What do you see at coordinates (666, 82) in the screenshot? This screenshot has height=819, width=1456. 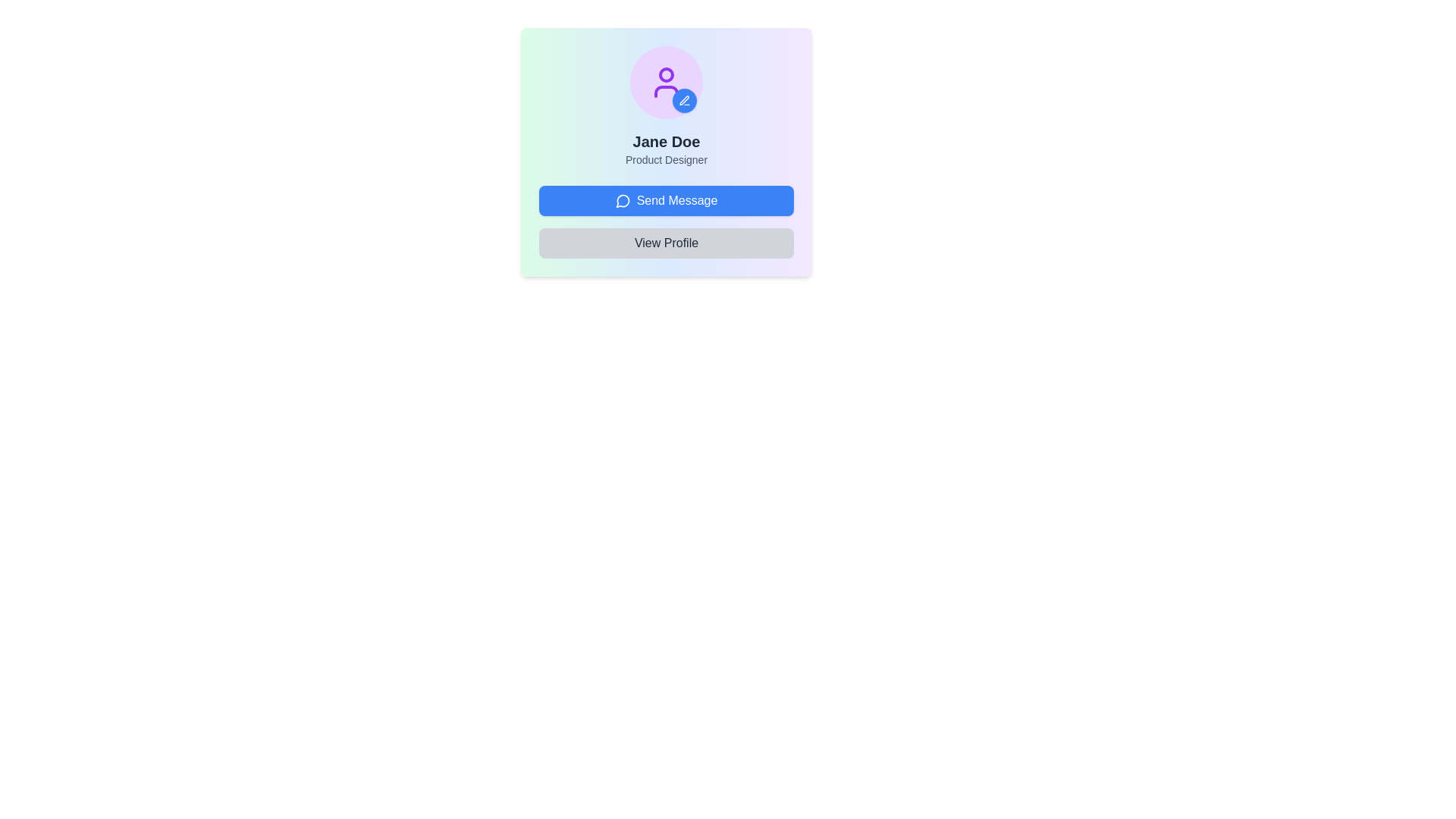 I see `the blue circular edit button located on the profile picture area to modify the profile picture` at bounding box center [666, 82].